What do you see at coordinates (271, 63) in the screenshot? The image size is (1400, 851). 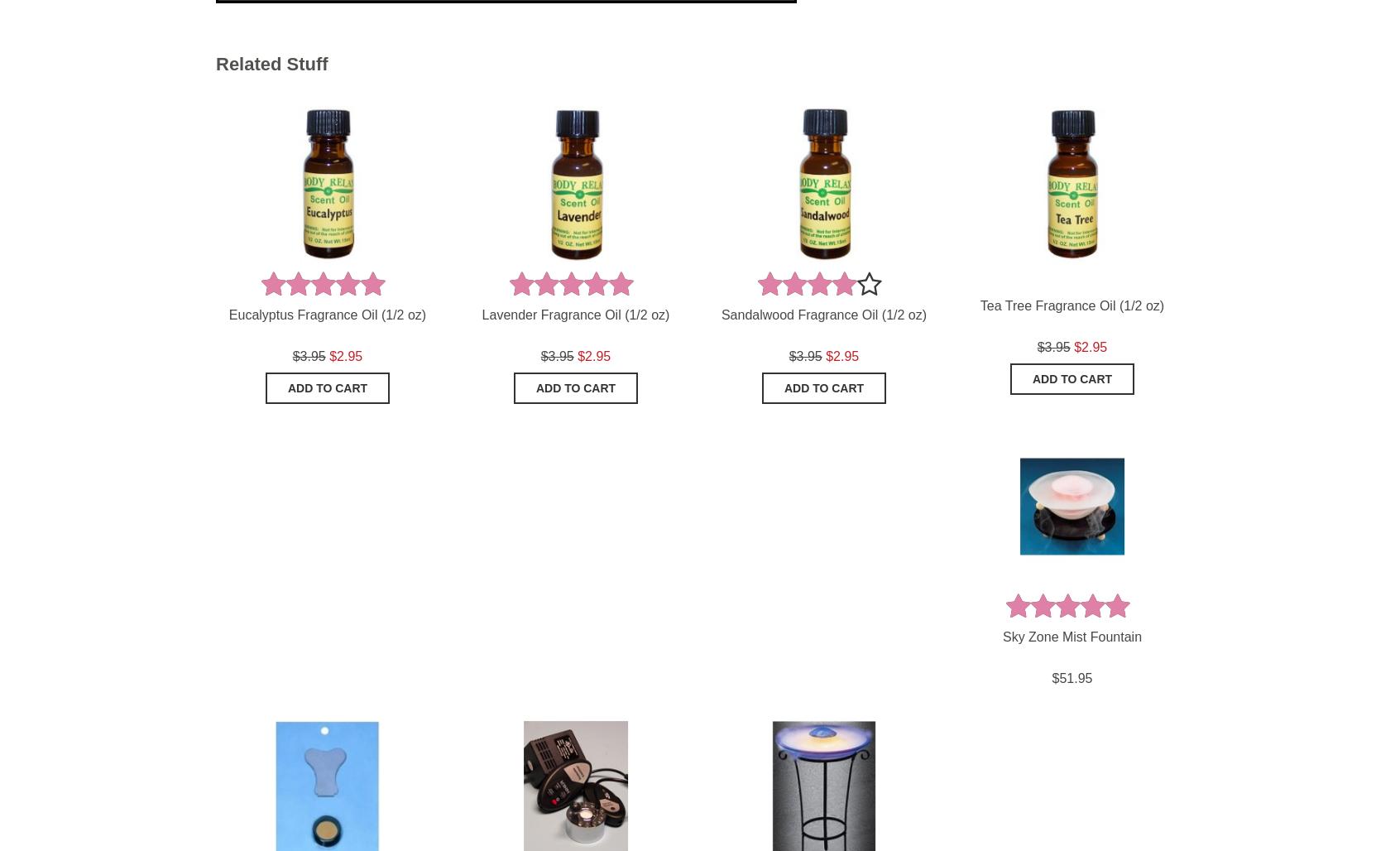 I see `'Related Stuff'` at bounding box center [271, 63].